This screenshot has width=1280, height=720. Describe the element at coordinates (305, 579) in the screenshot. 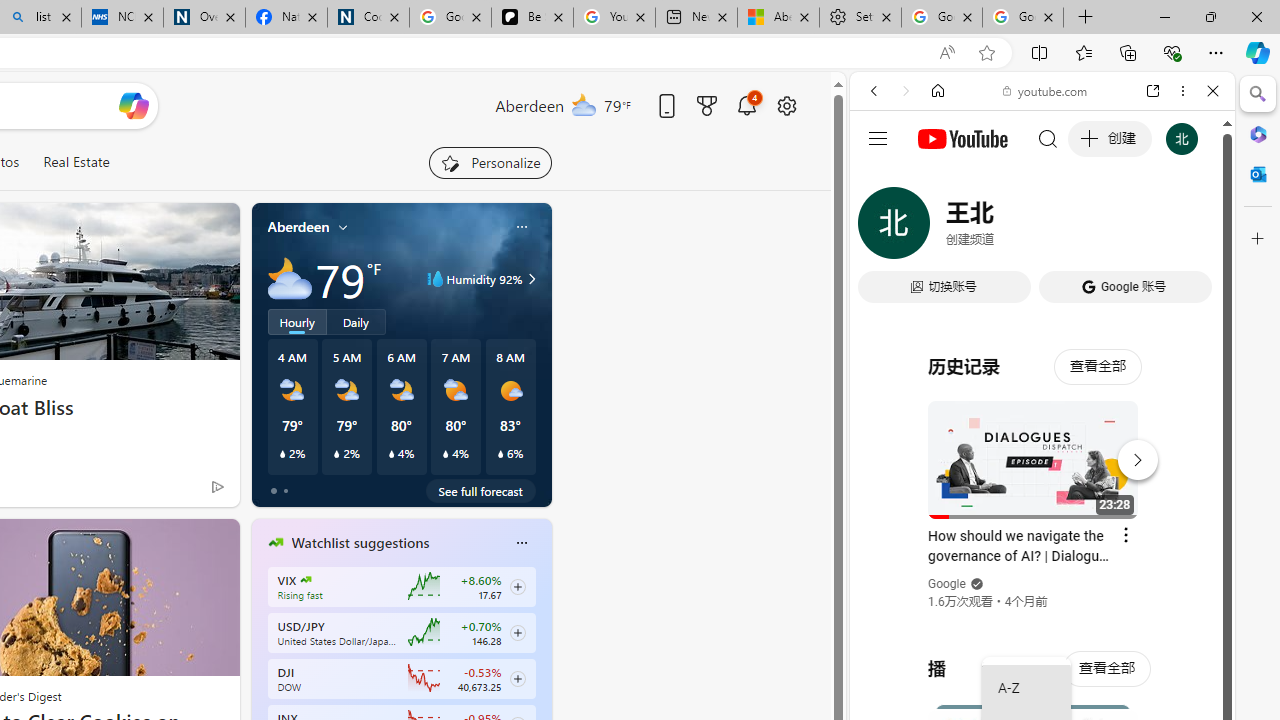

I see `'CBOE Market Volatility Index'` at that location.